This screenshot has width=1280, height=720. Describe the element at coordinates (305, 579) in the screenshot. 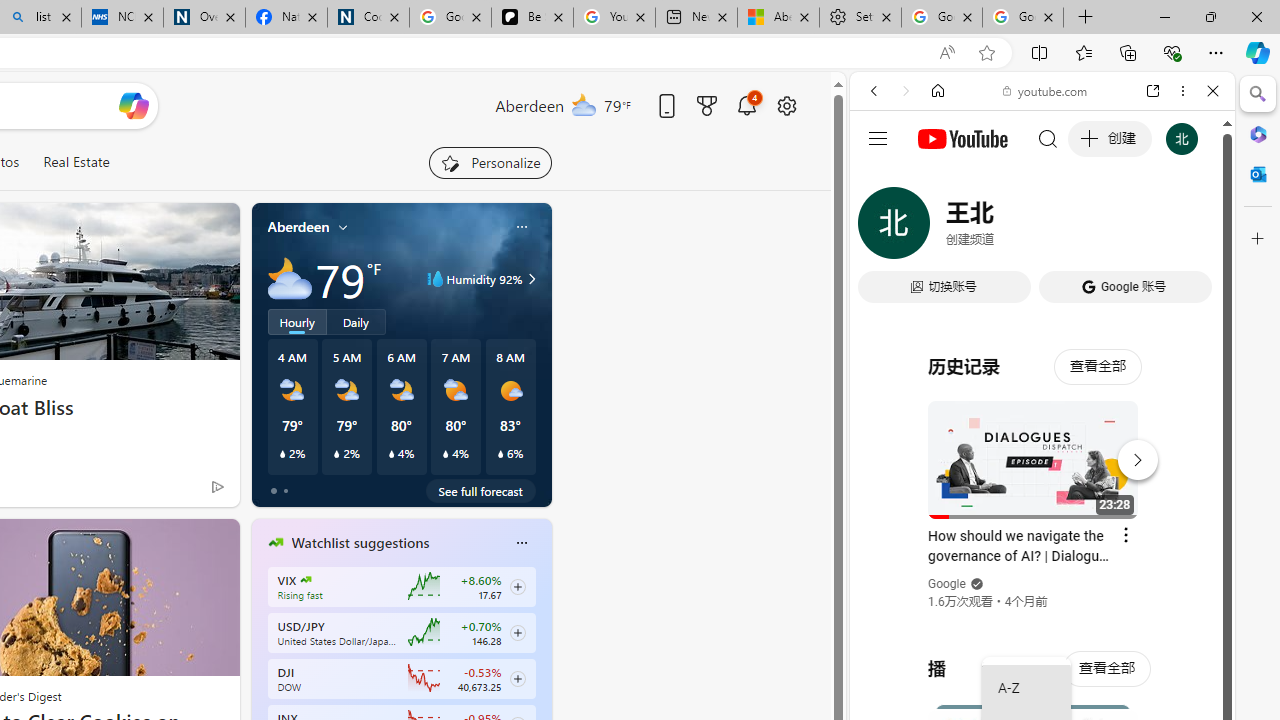

I see `'CBOE Market Volatility Index'` at that location.